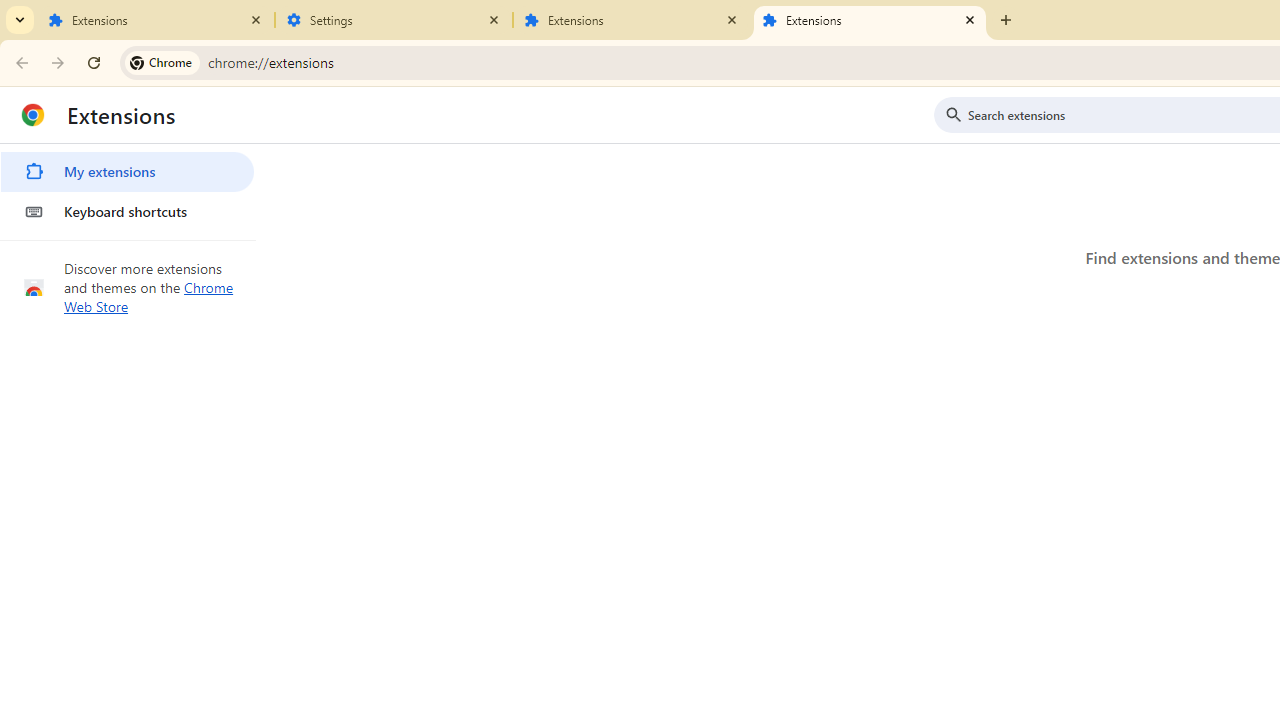 This screenshot has height=720, width=1280. Describe the element at coordinates (126, 212) in the screenshot. I see `'Keyboard shortcuts'` at that location.